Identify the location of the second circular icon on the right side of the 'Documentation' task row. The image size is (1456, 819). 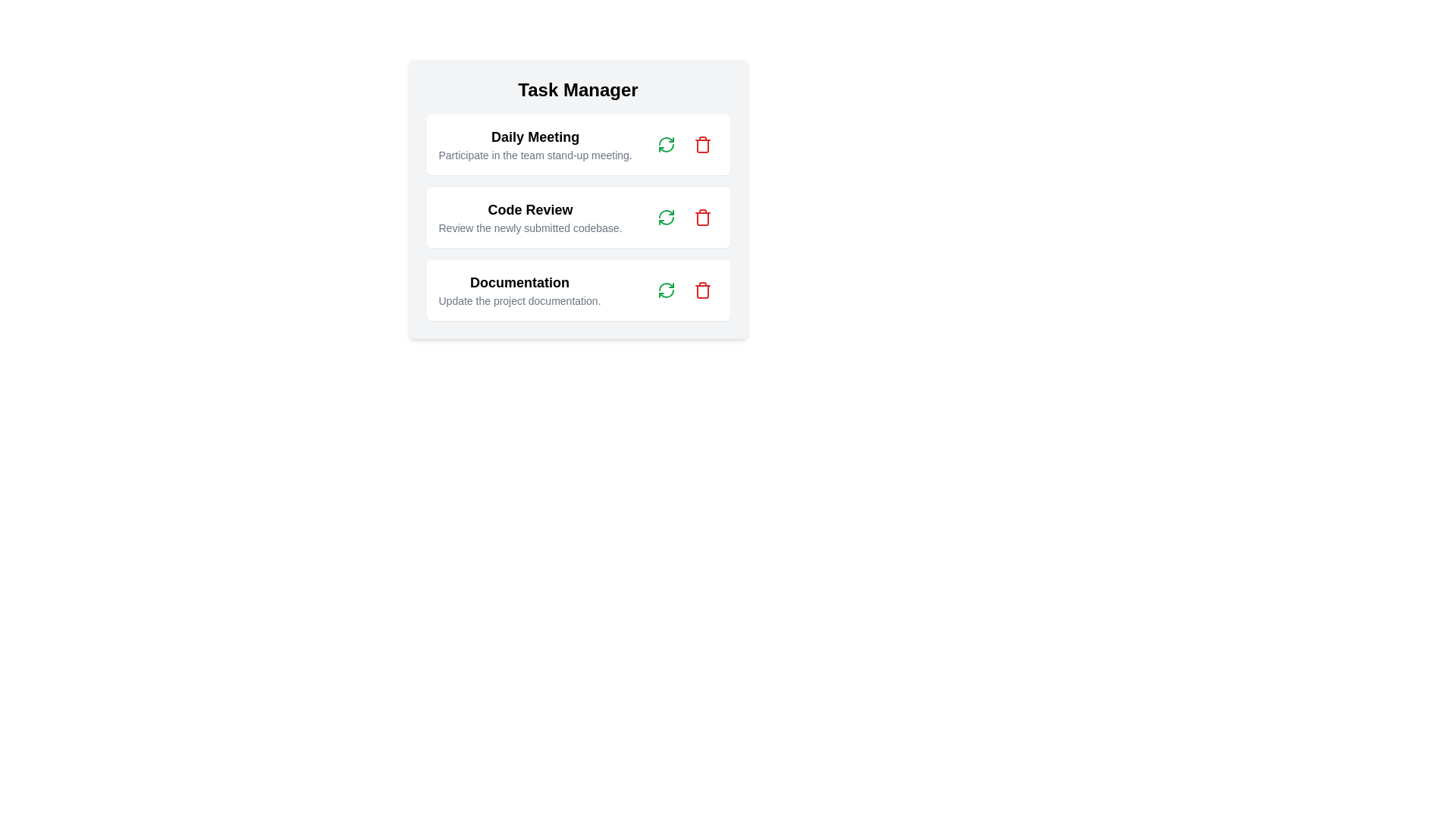
(701, 290).